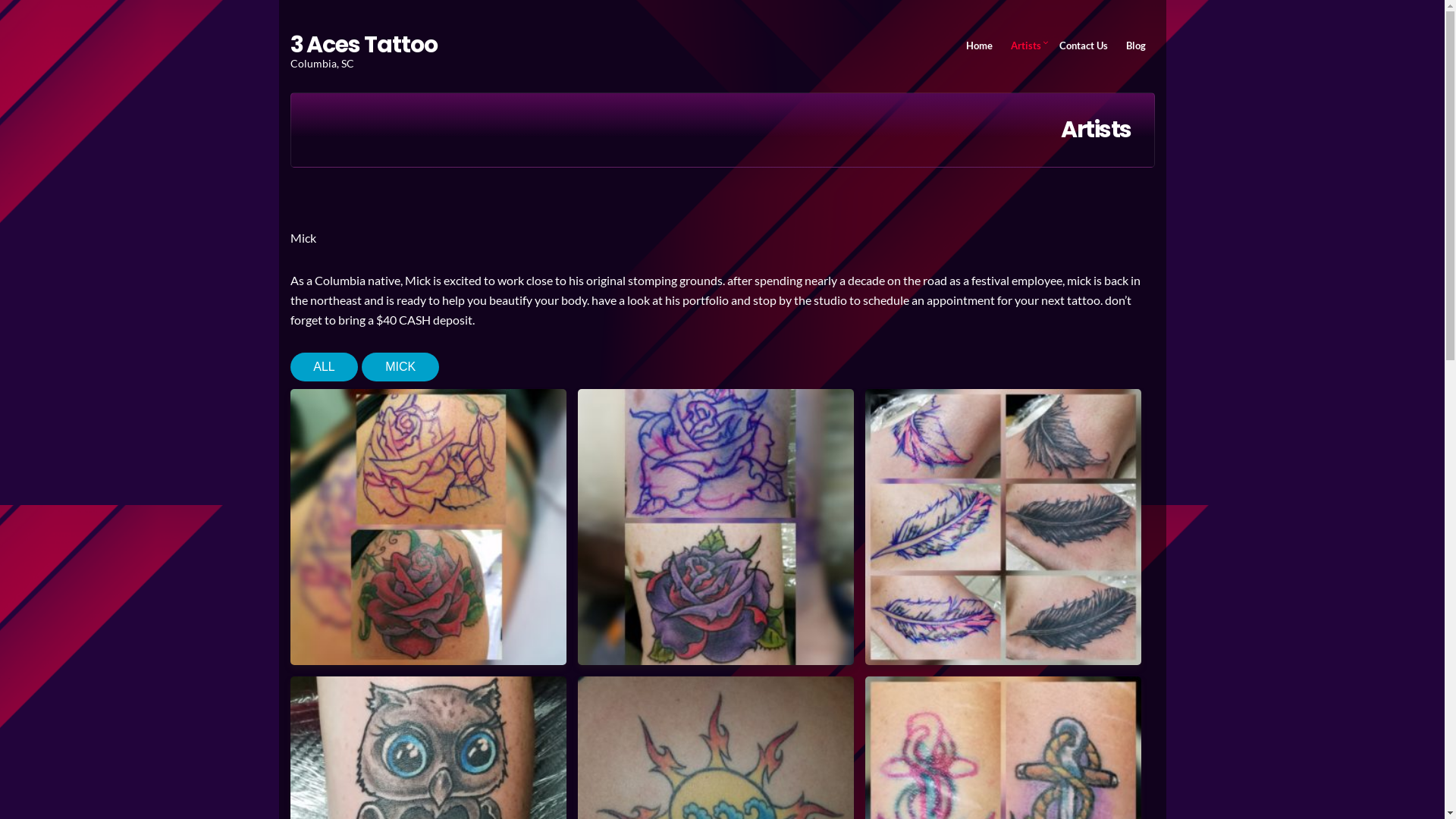 This screenshot has width=1456, height=819. I want to click on '3 Aces Tattoo', so click(362, 43).